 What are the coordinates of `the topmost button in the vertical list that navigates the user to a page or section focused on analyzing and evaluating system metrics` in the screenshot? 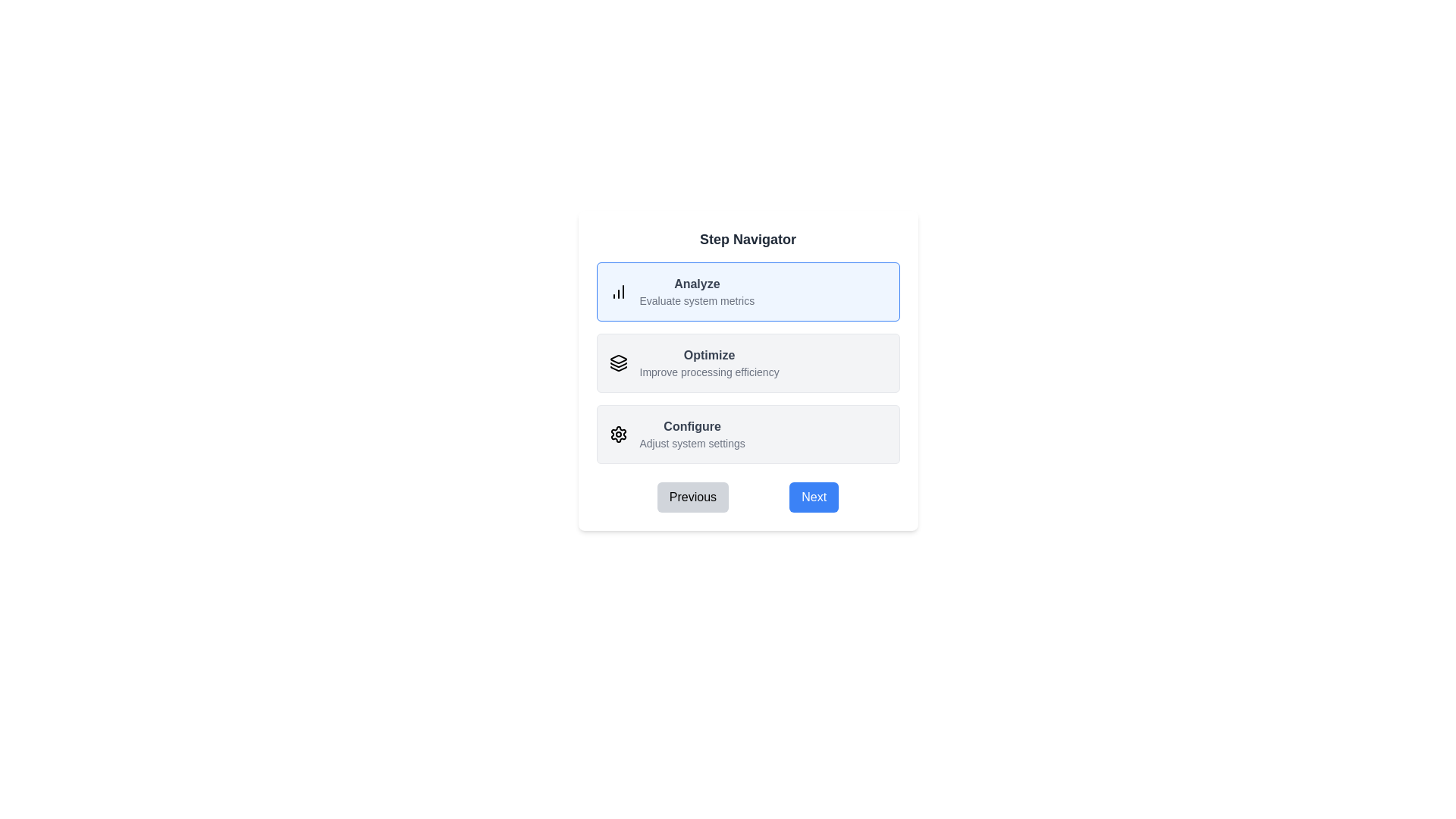 It's located at (748, 292).